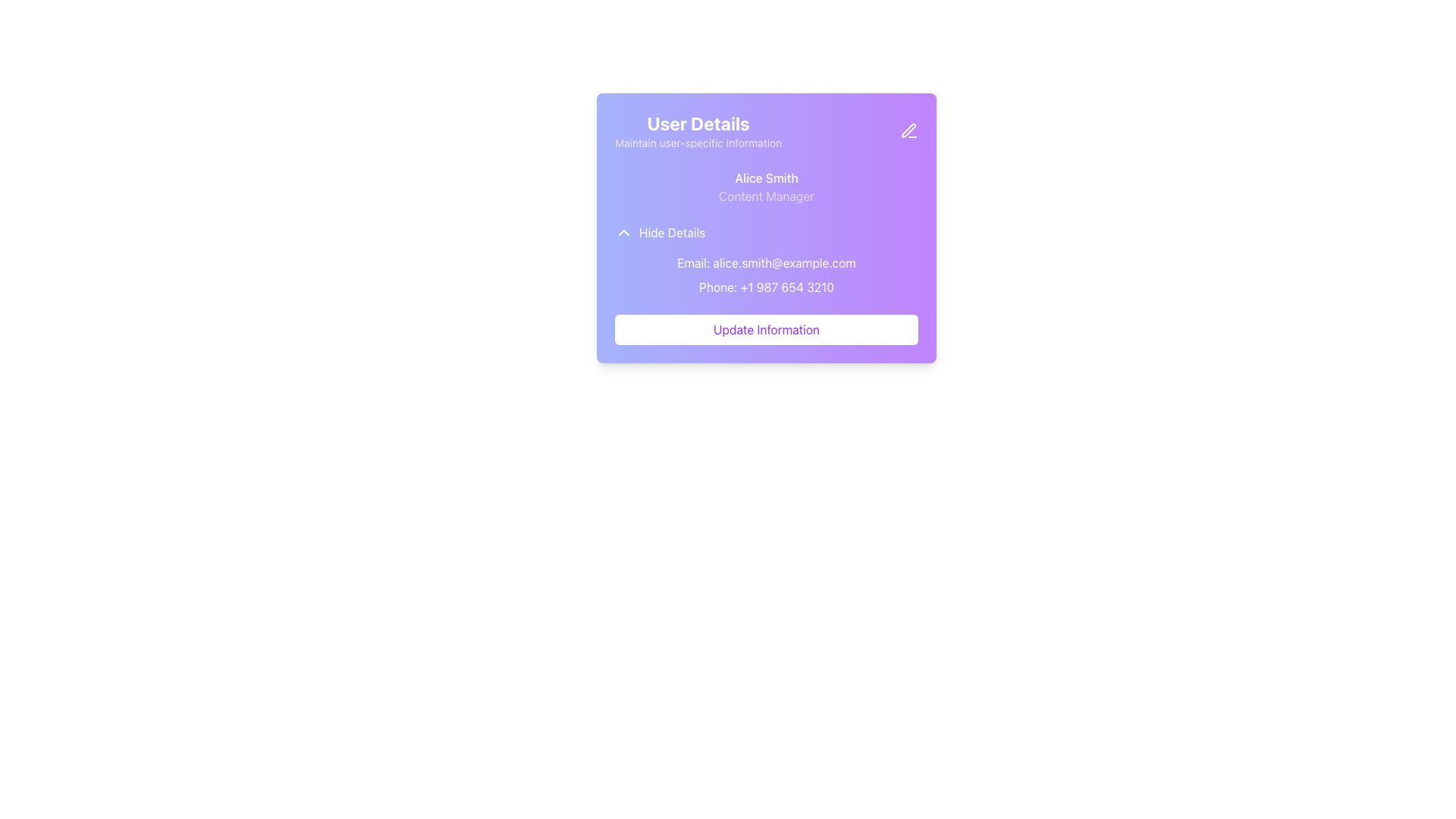 The image size is (1456, 819). I want to click on the 'Update Information' button with a white background and purple text, so click(767, 329).